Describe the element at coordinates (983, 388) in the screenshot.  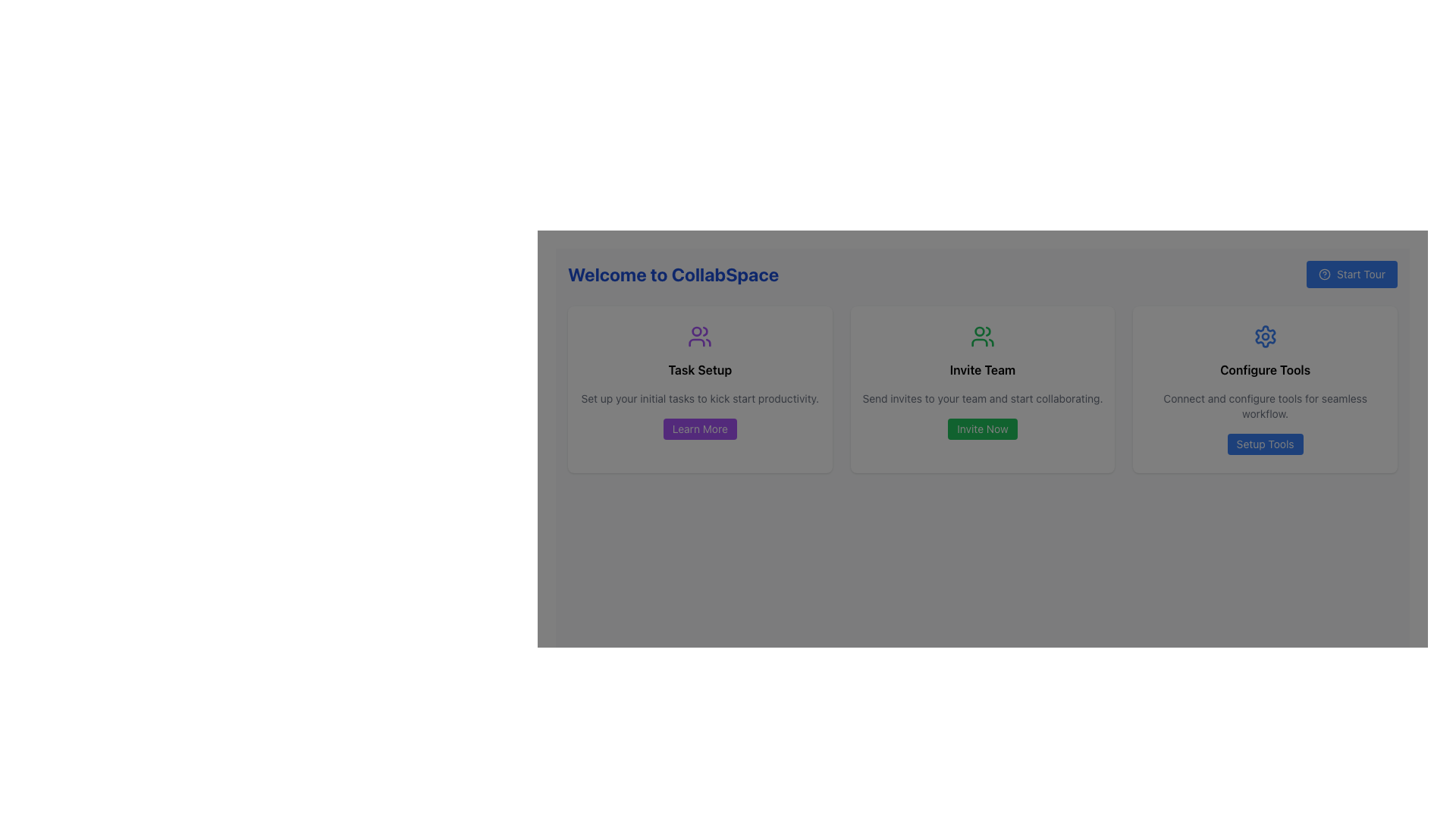
I see `the 'Invite Now' button at the bottom of the card labeled 'Invite Team' to send team invitations` at that location.